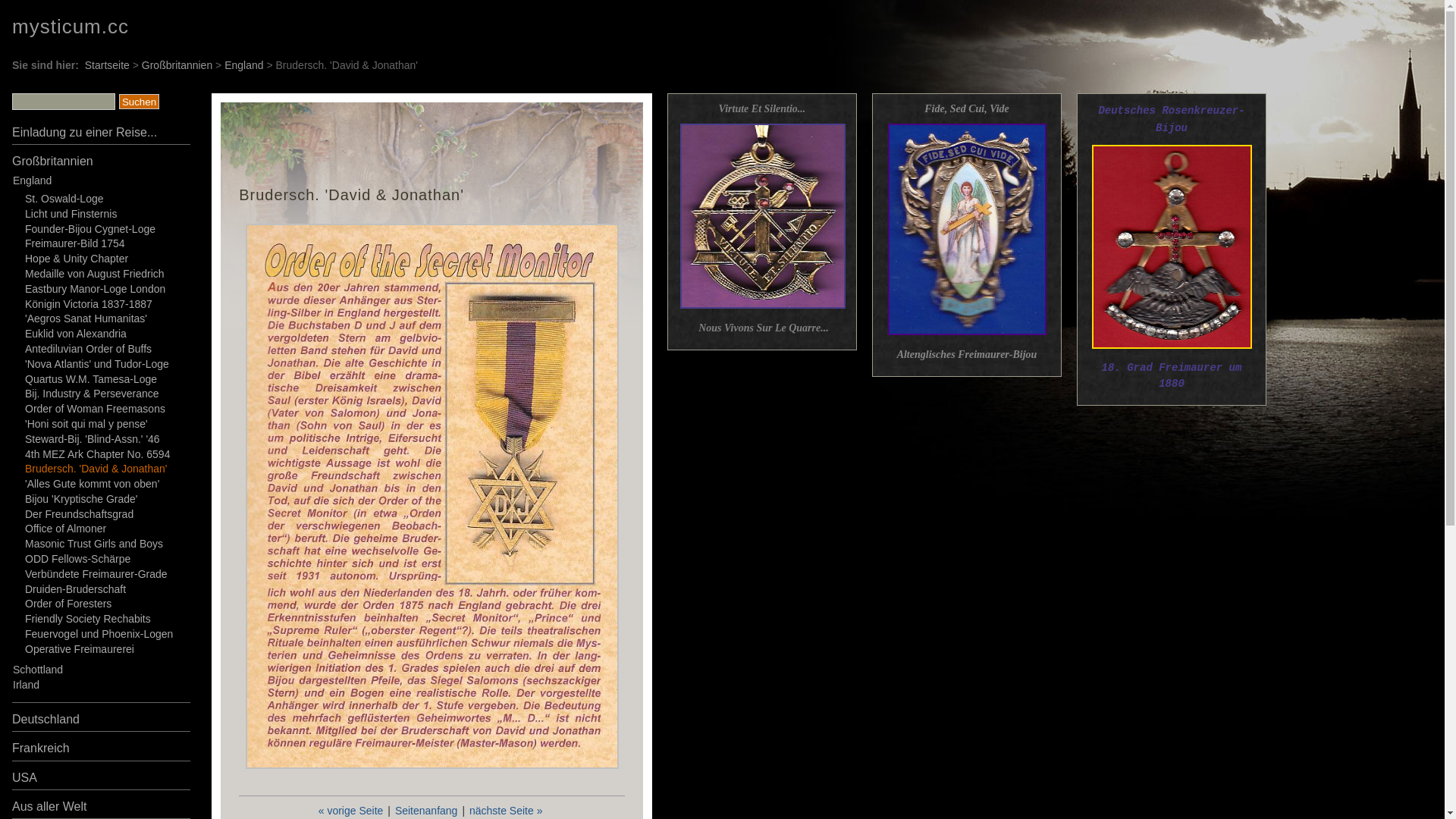 Image resolution: width=1456 pixels, height=819 pixels. I want to click on 'Startseite', so click(106, 64).